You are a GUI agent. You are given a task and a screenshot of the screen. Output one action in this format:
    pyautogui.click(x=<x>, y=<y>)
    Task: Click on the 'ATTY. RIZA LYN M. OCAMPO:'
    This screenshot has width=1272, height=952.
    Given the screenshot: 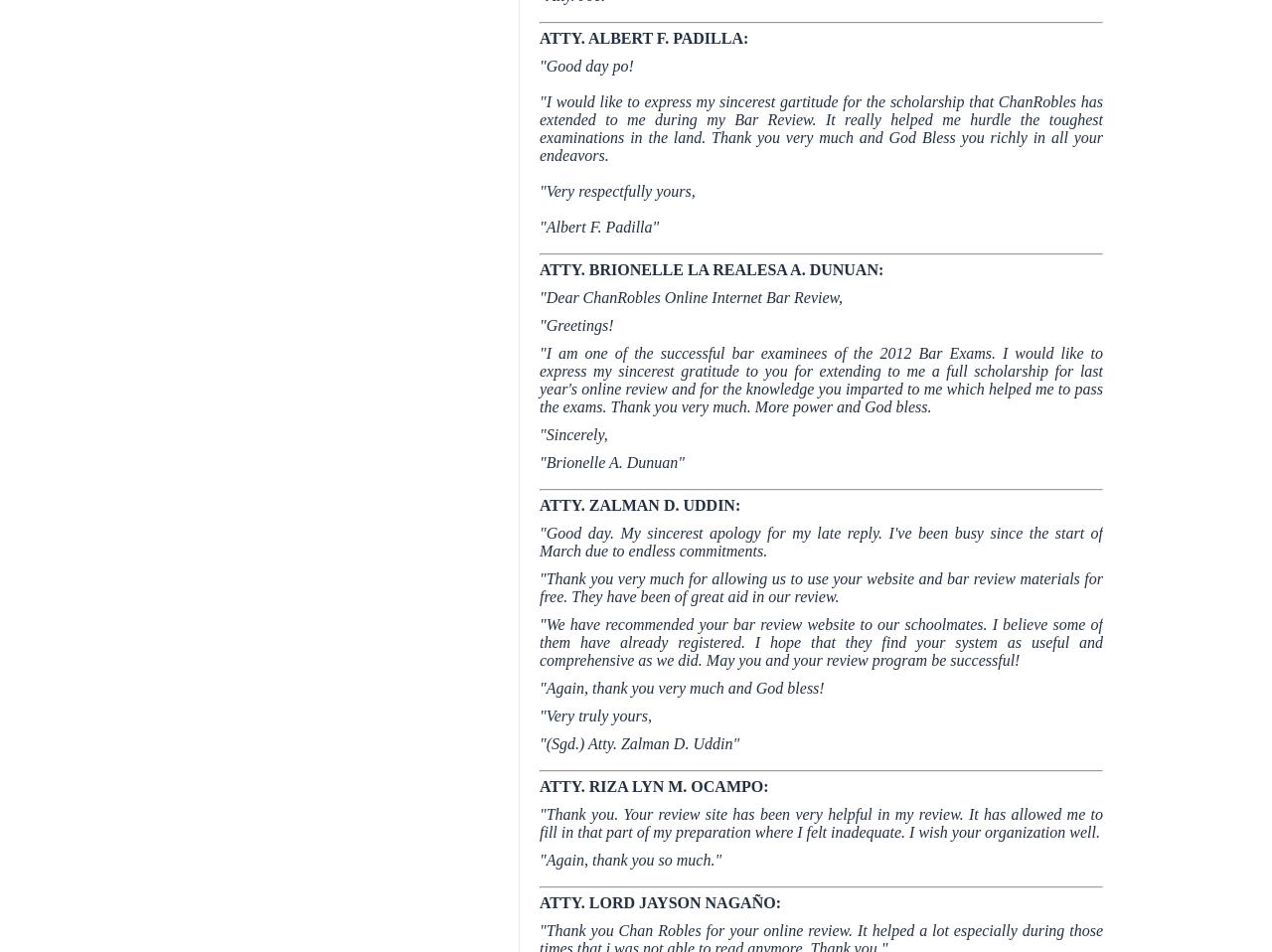 What is the action you would take?
    pyautogui.click(x=654, y=786)
    